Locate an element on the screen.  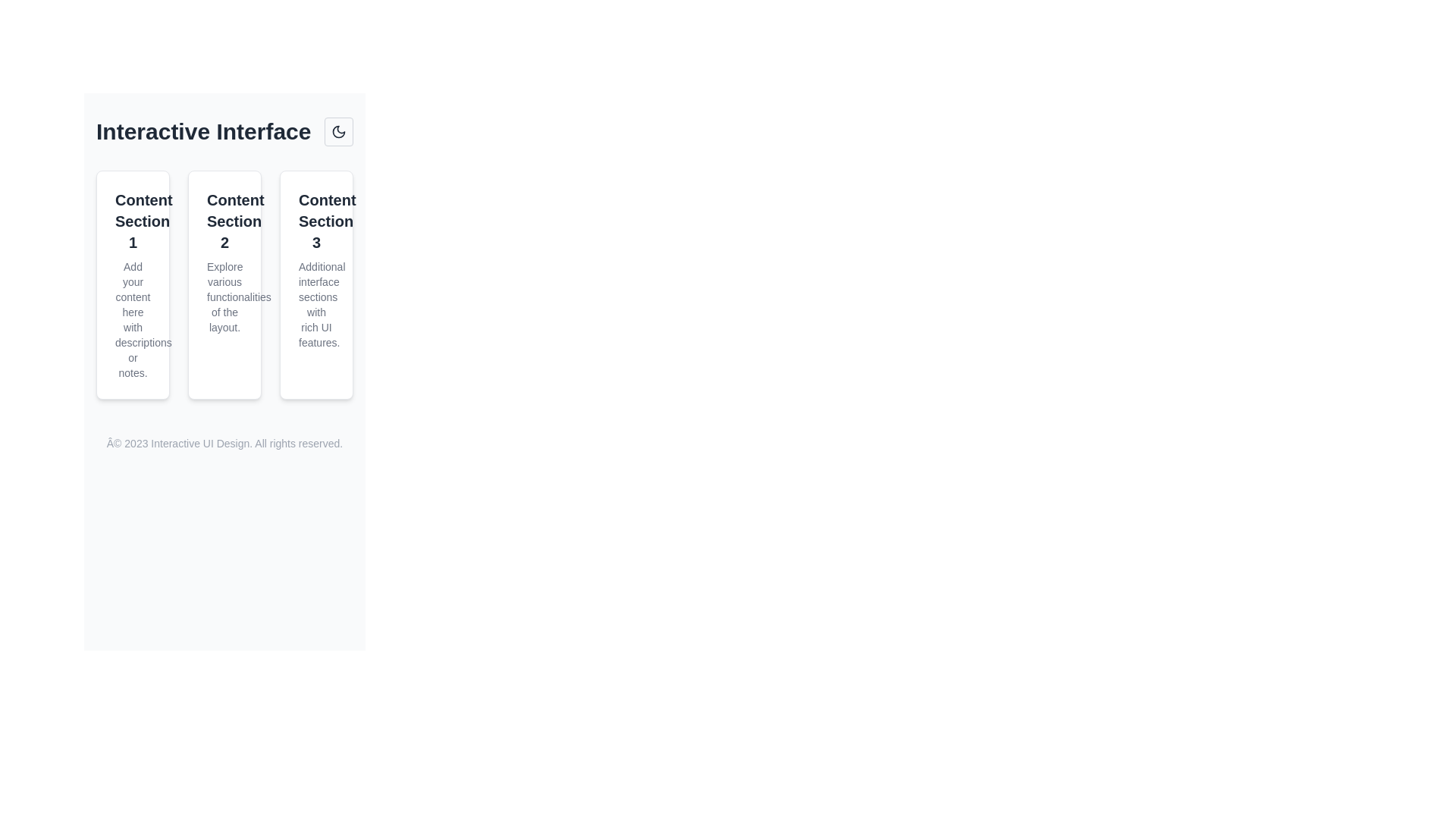
the Informational card located in the third column from the left in a three-column grid layout, positioned on the rightmost side of the visible layout is located at coordinates (315, 284).